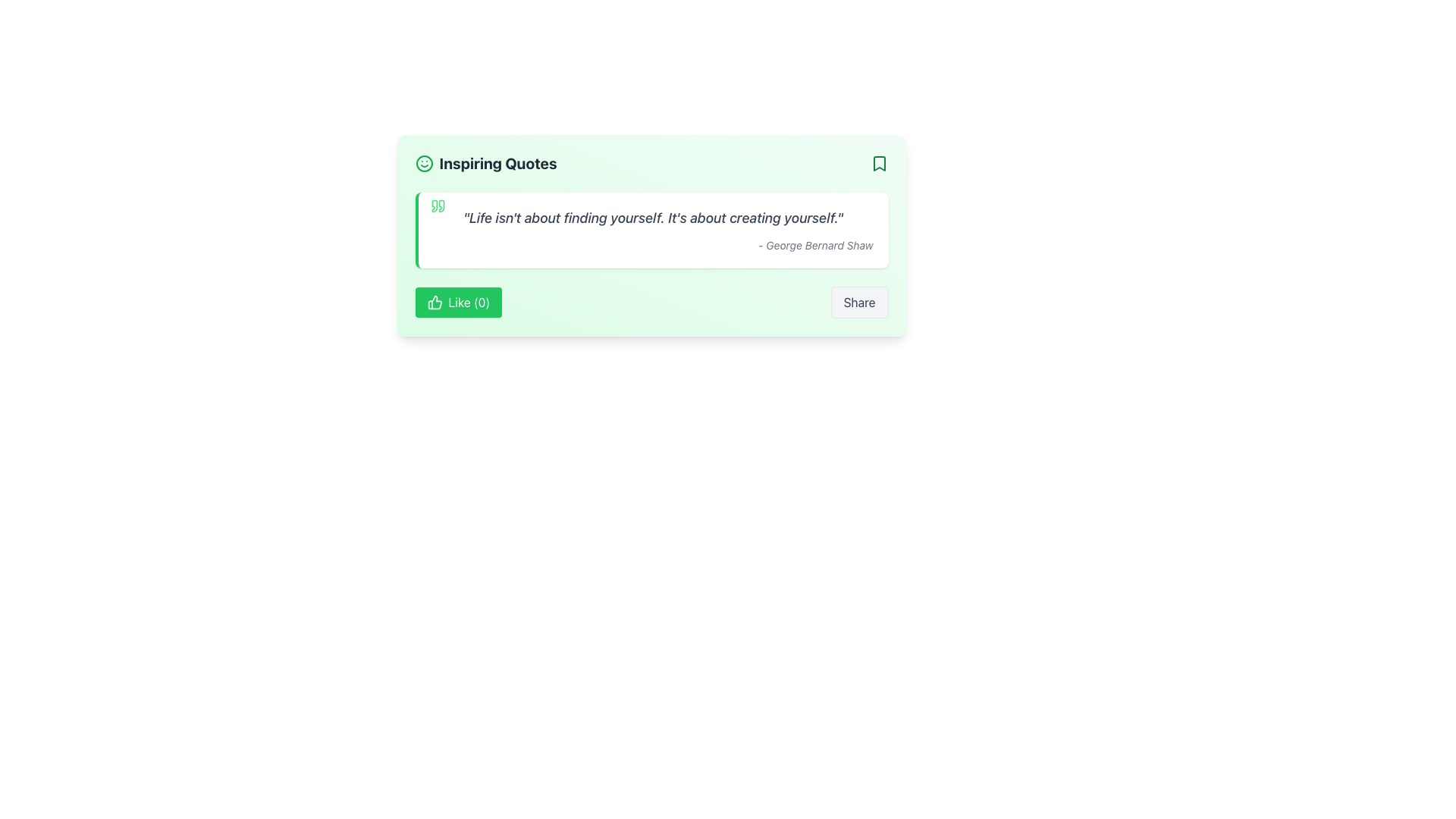  What do you see at coordinates (879, 164) in the screenshot?
I see `the bookmark icon` at bounding box center [879, 164].